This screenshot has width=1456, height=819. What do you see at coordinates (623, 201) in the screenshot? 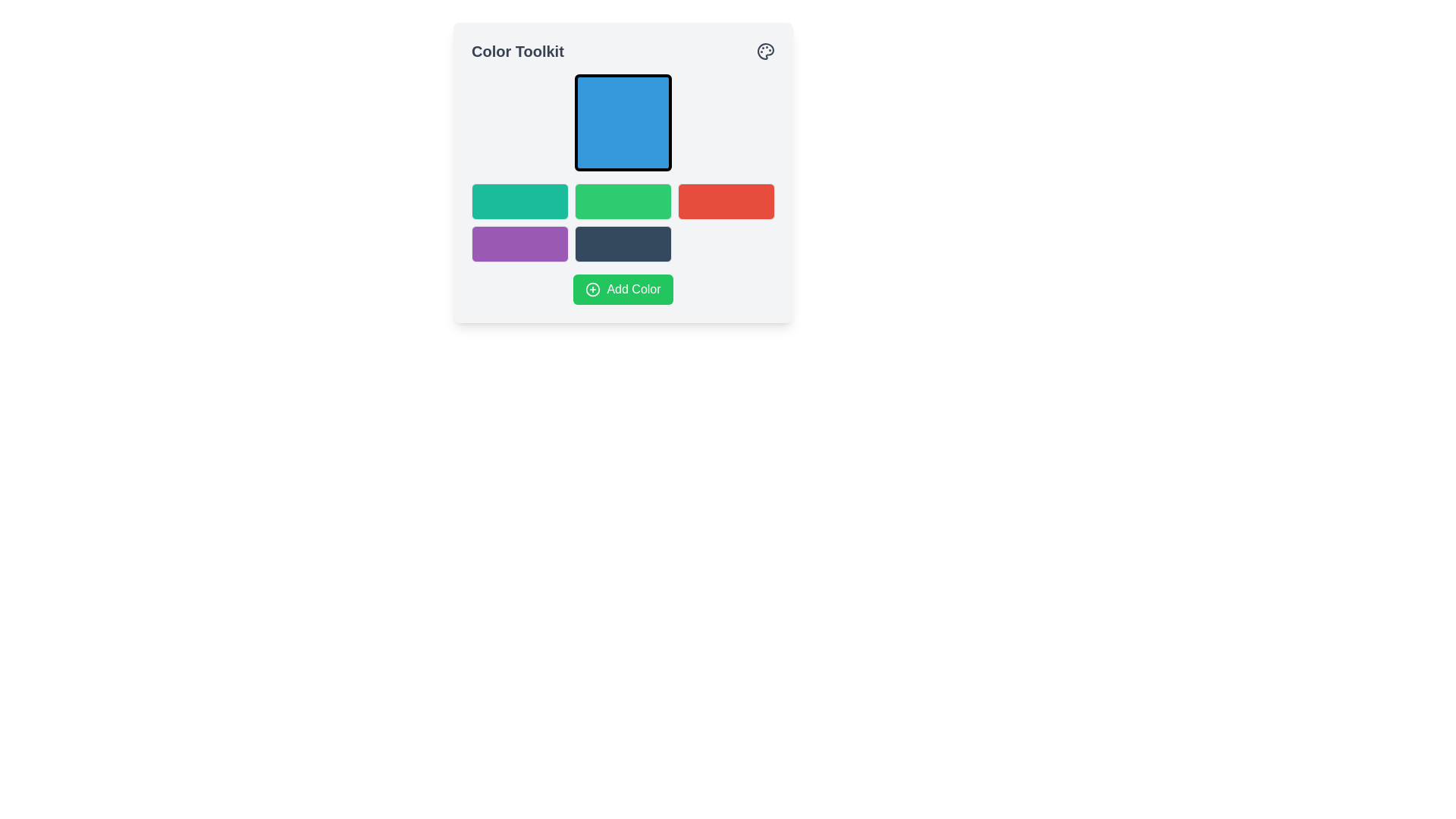
I see `the vibrant green button with rounded corners, located in the second position of the first row within a 3-column grid` at bounding box center [623, 201].